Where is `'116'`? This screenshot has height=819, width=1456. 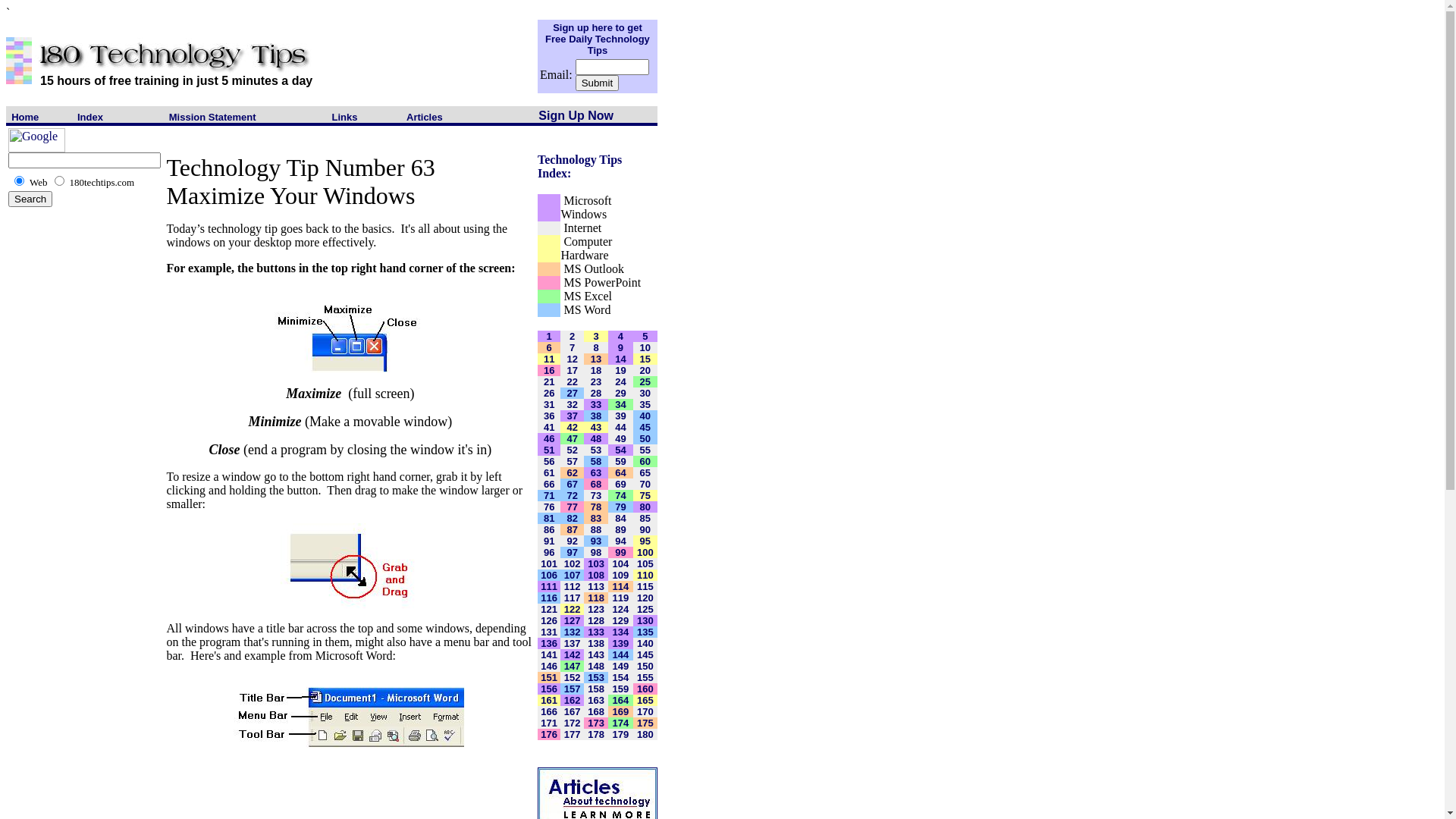 '116' is located at coordinates (548, 596).